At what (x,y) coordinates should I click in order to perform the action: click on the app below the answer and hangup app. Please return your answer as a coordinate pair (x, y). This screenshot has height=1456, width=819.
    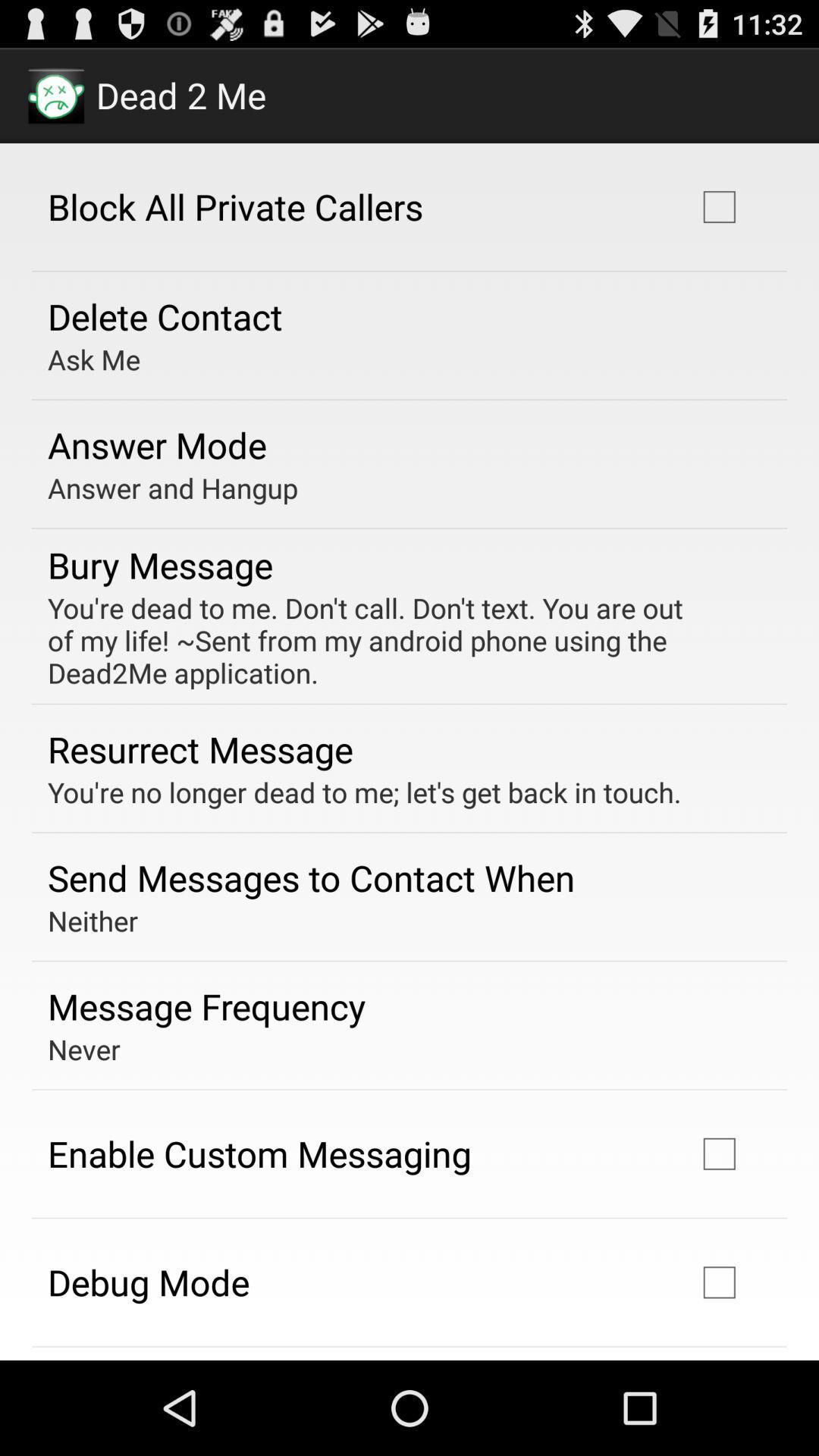
    Looking at the image, I should click on (160, 564).